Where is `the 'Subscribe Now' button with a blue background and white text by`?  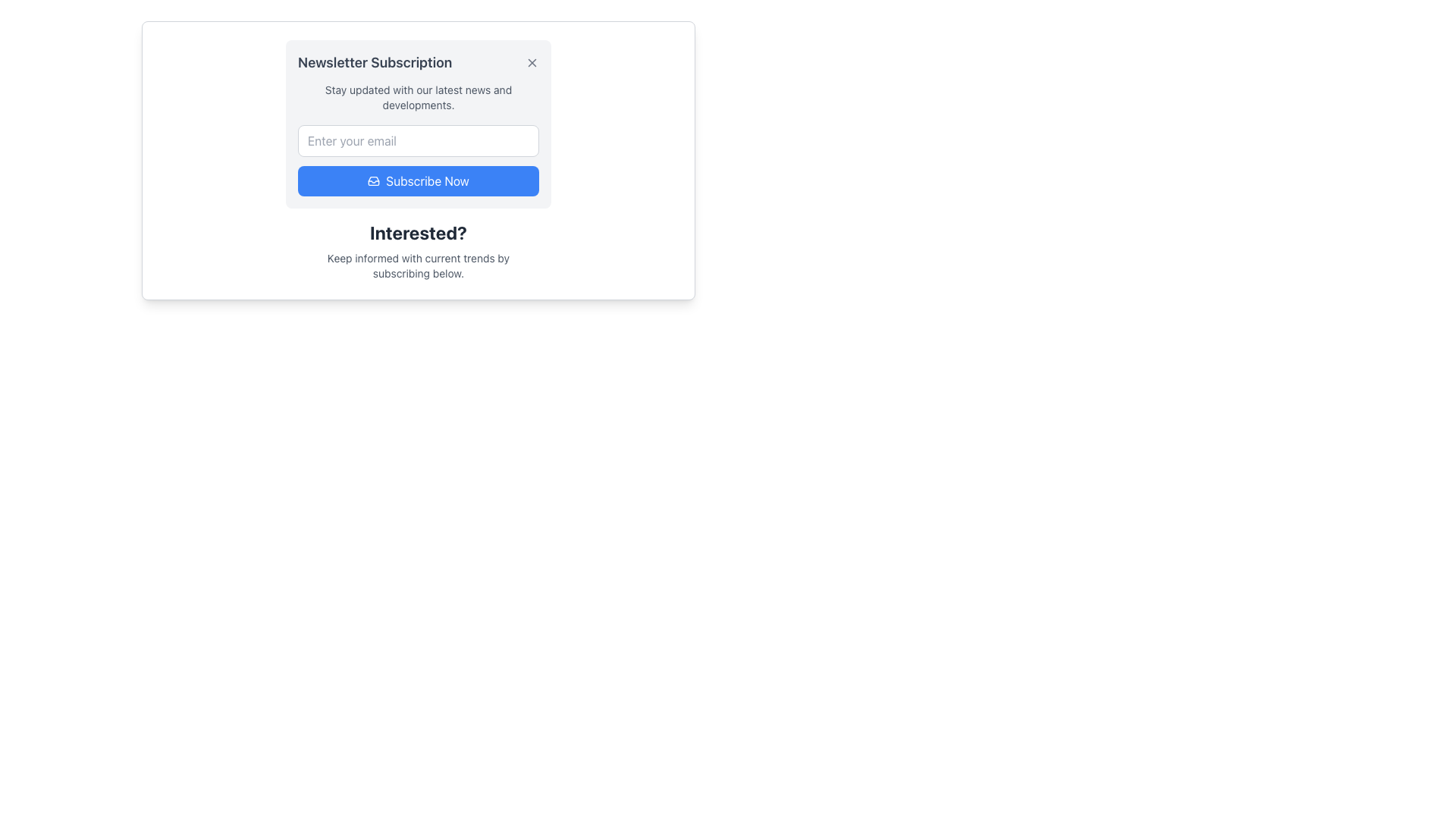
the 'Subscribe Now' button with a blue background and white text by is located at coordinates (419, 180).